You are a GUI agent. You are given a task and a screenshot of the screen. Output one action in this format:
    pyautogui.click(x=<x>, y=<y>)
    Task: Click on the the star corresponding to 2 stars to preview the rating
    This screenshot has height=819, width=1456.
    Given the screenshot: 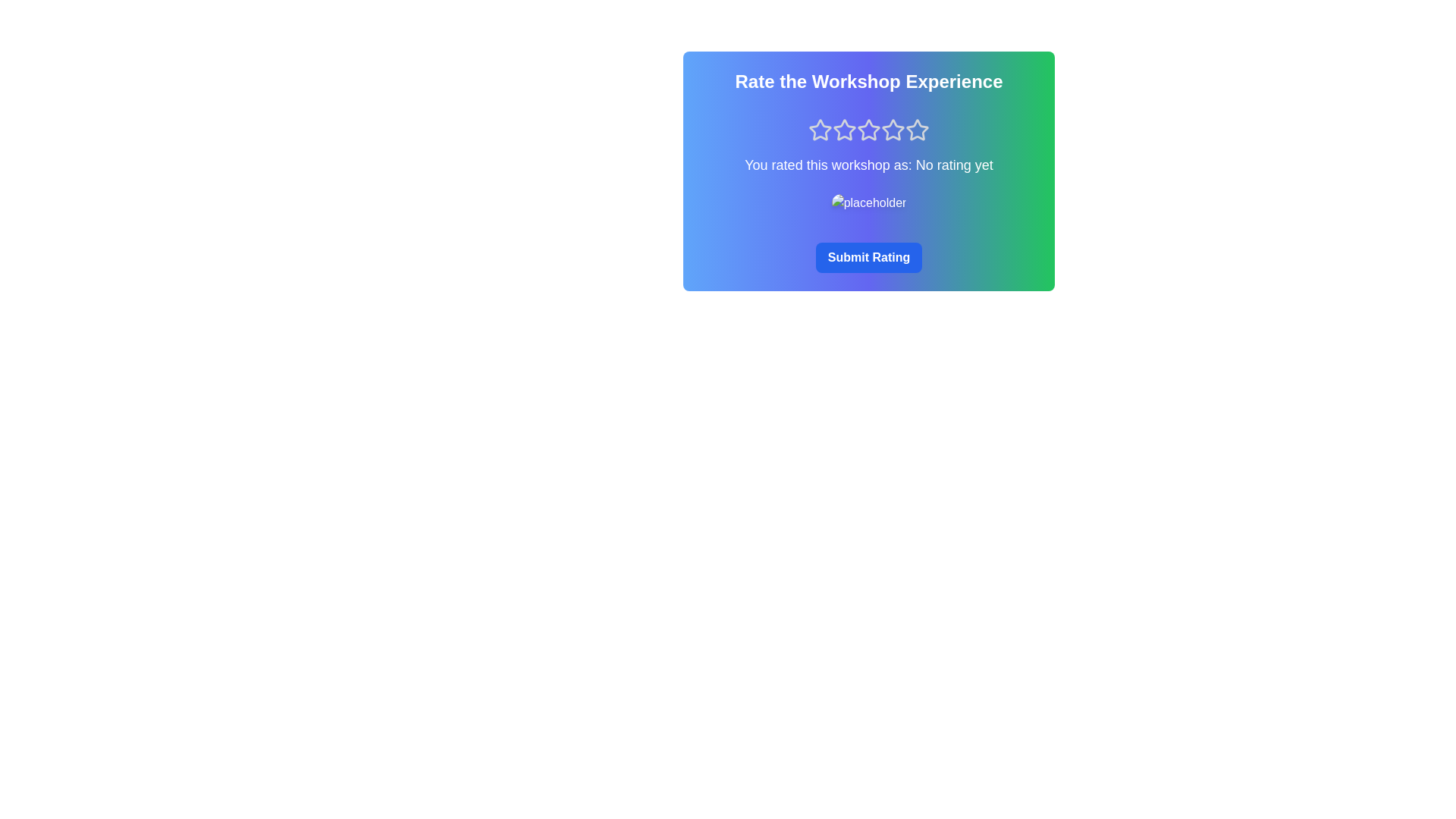 What is the action you would take?
    pyautogui.click(x=843, y=130)
    